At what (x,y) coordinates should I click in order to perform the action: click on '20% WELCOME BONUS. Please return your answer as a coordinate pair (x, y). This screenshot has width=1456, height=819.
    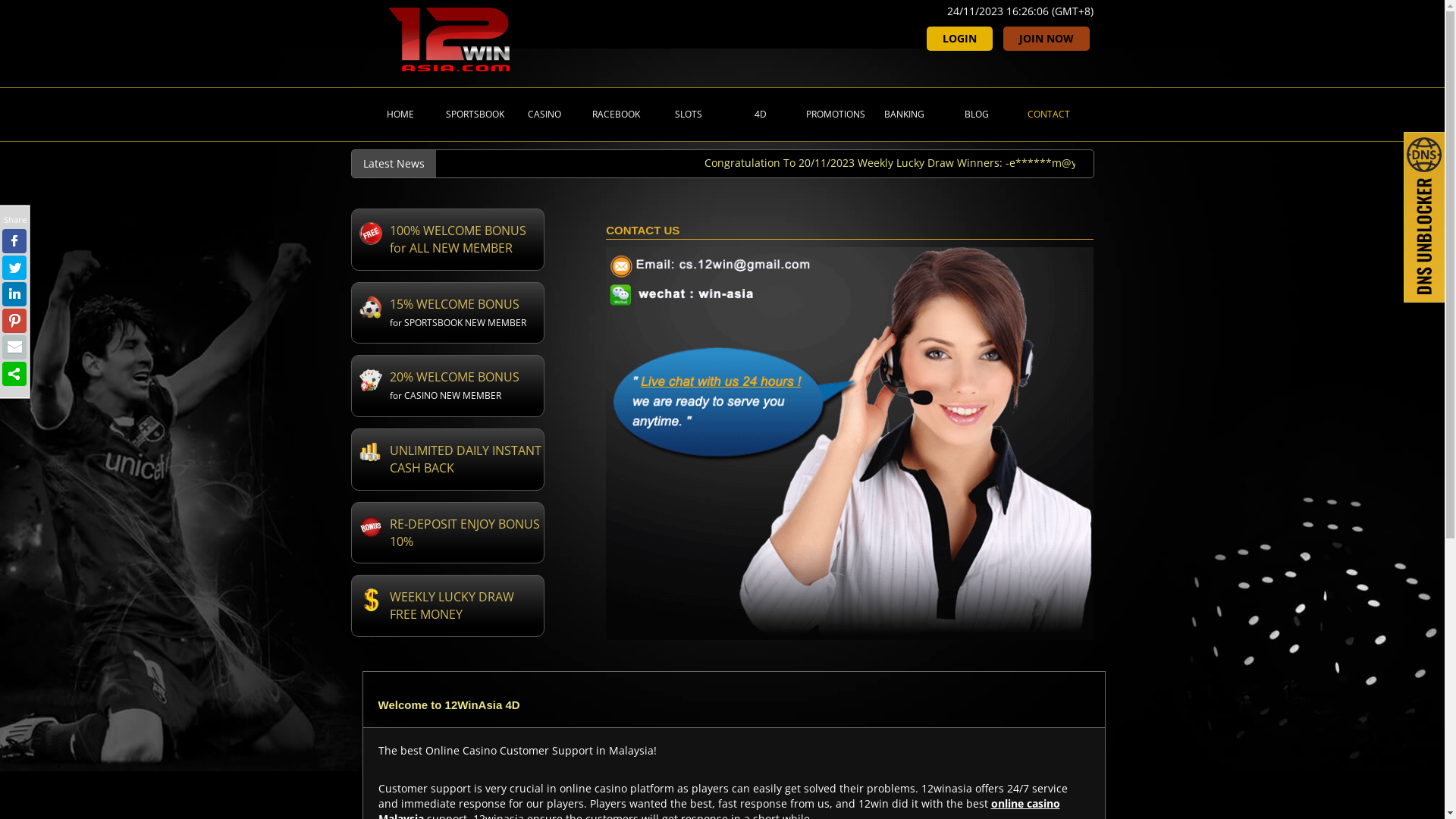
    Looking at the image, I should click on (446, 385).